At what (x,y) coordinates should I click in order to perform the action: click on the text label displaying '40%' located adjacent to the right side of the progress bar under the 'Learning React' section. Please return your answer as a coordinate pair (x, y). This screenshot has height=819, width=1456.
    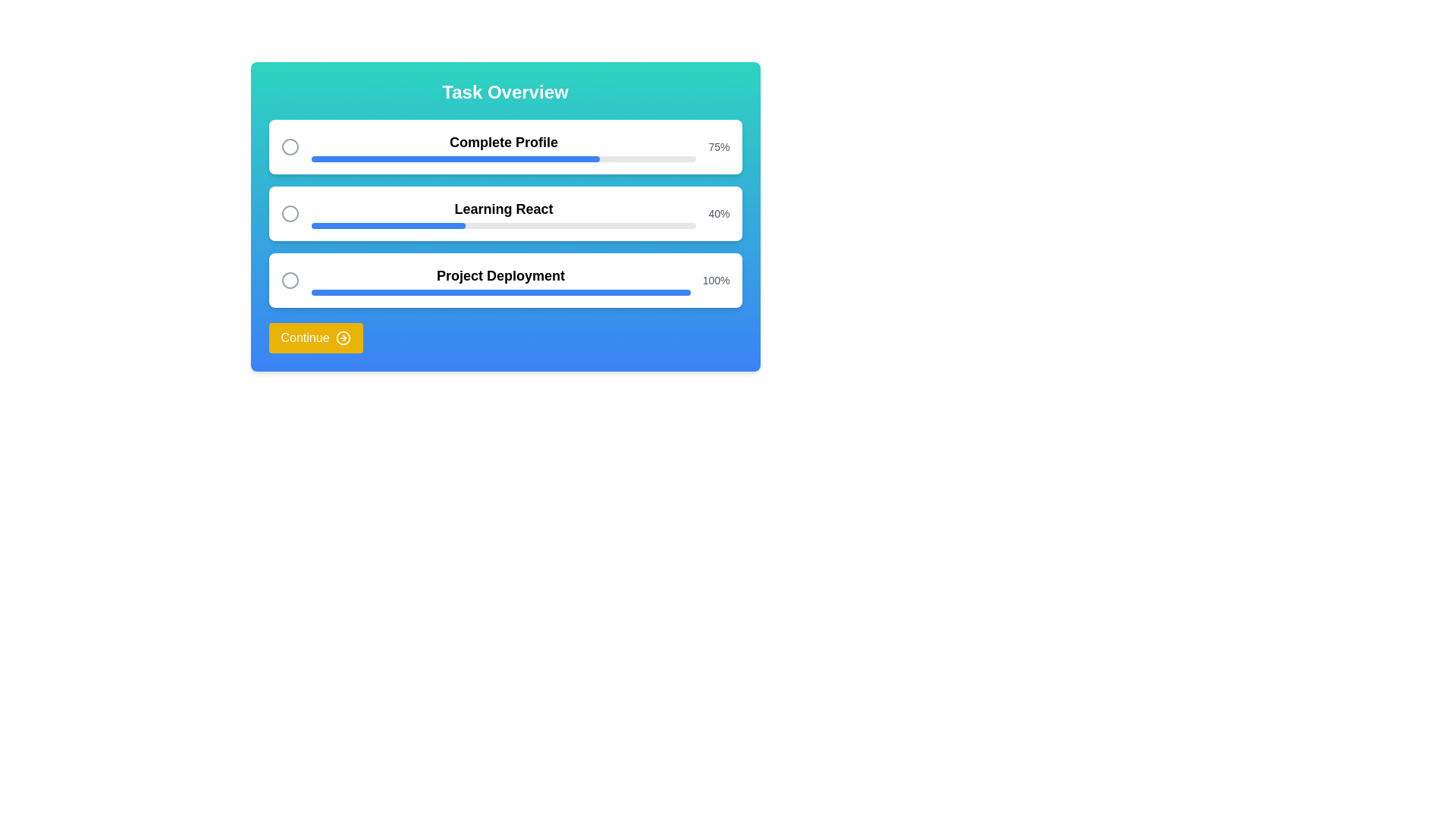
    Looking at the image, I should click on (718, 213).